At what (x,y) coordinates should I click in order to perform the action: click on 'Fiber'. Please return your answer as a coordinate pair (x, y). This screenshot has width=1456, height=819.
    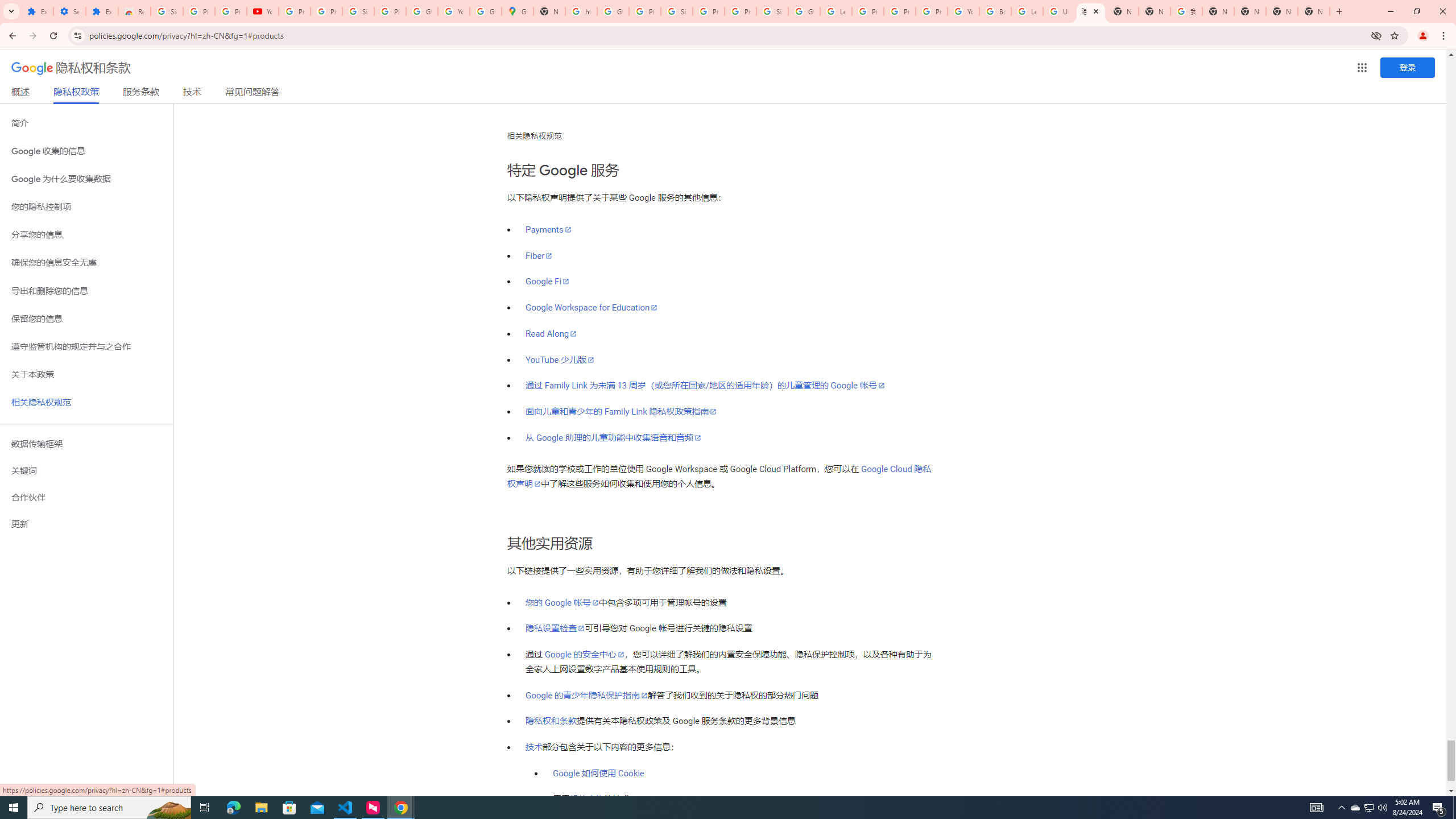
    Looking at the image, I should click on (539, 255).